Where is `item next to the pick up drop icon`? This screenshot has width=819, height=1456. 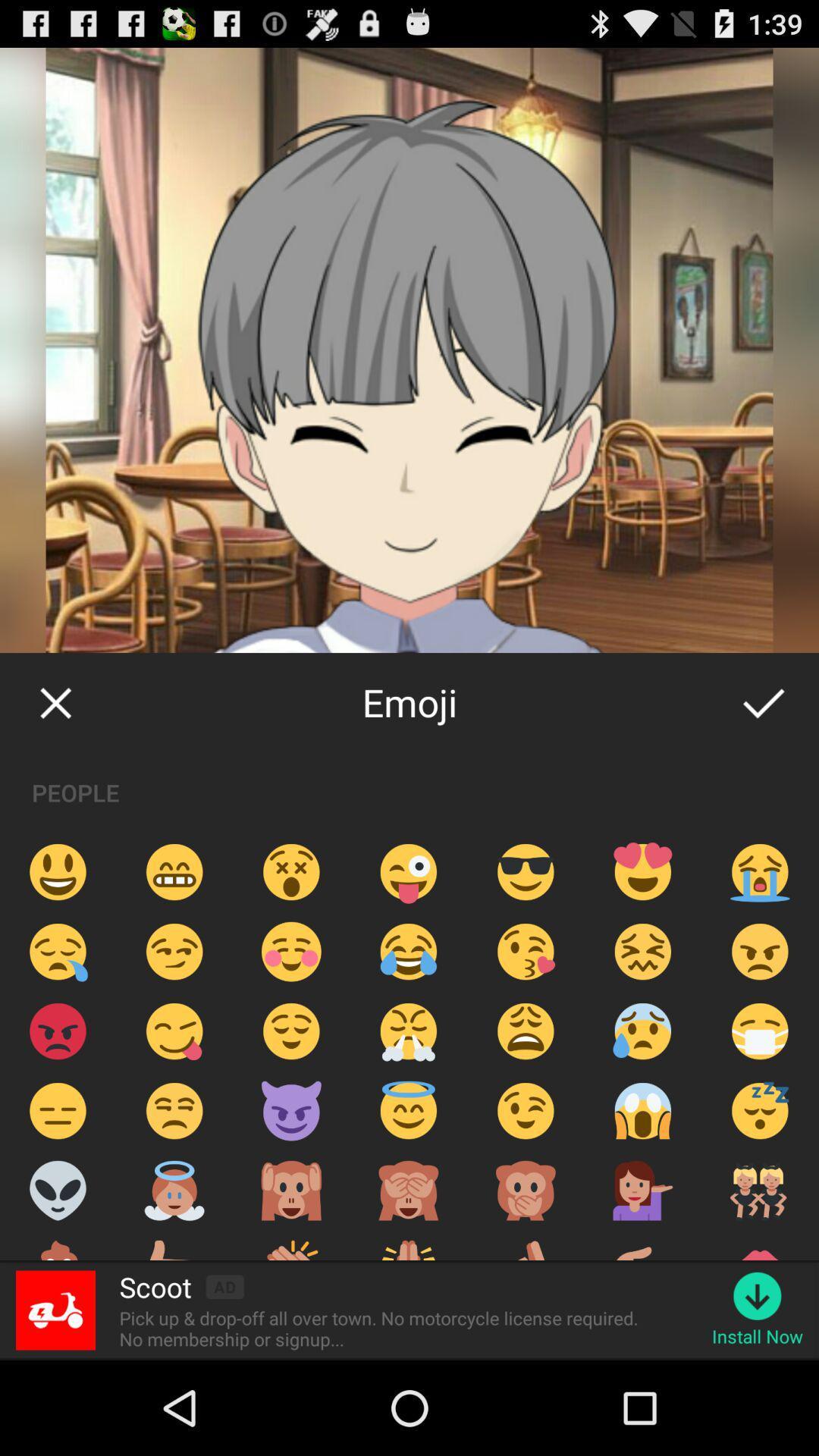
item next to the pick up drop icon is located at coordinates (758, 1336).